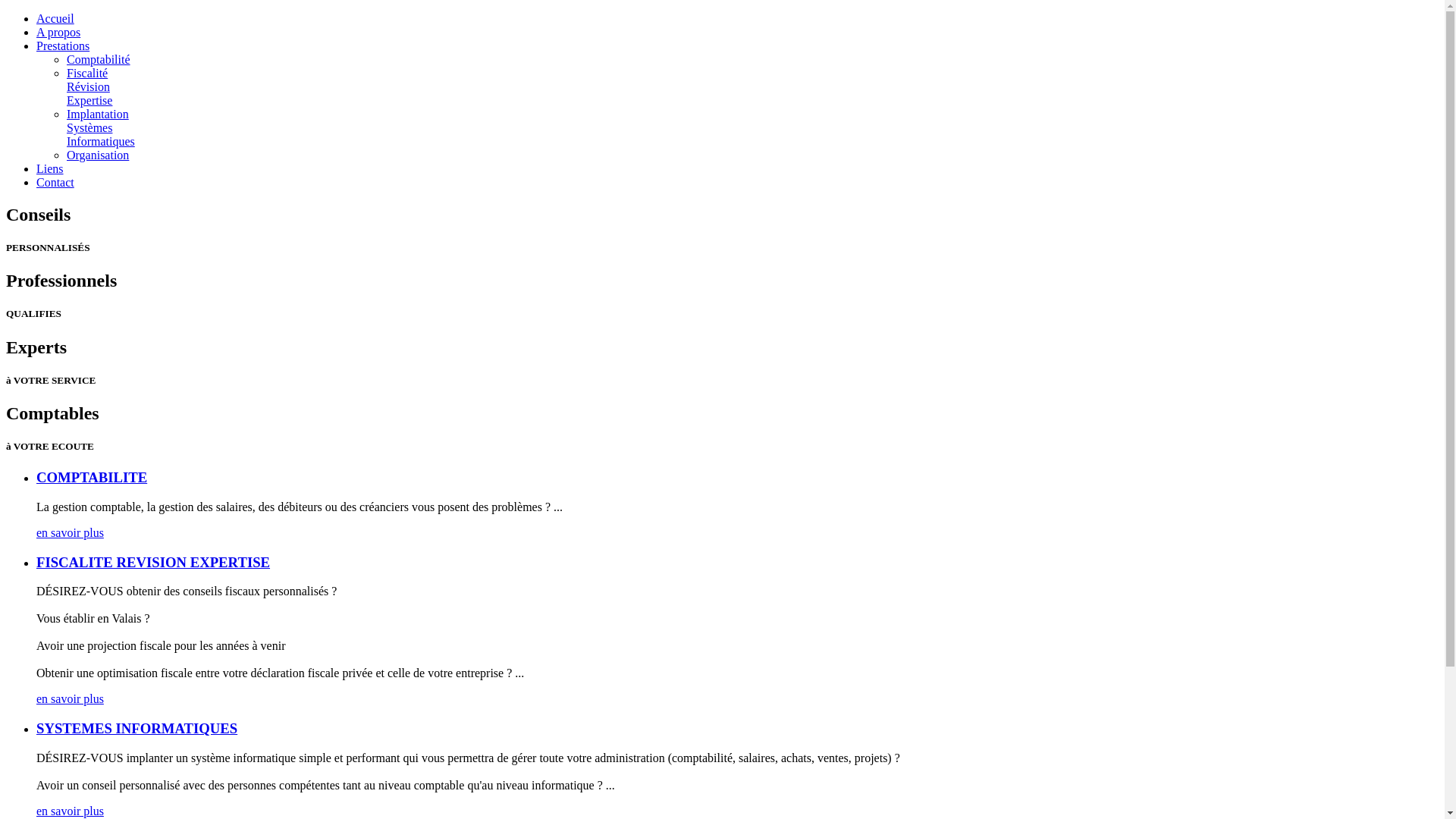  I want to click on 'en savoir plus', so click(69, 532).